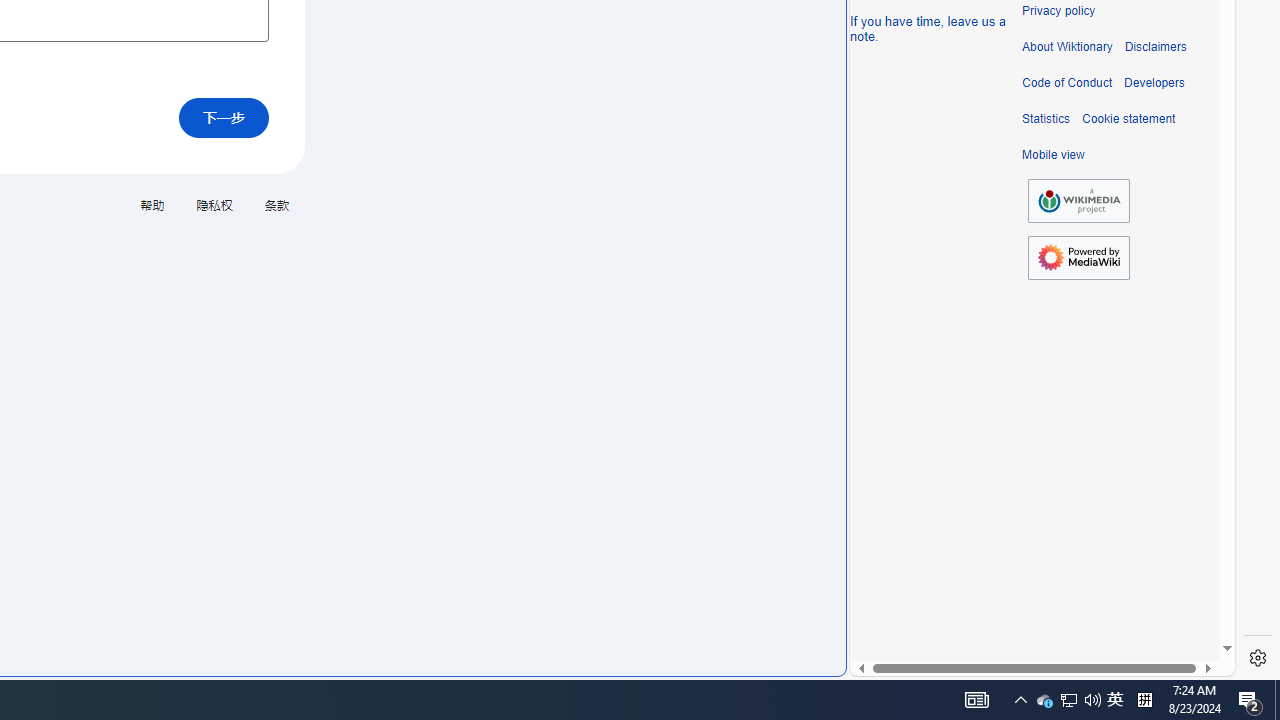 The image size is (1280, 720). I want to click on 'Statistics', so click(1045, 119).